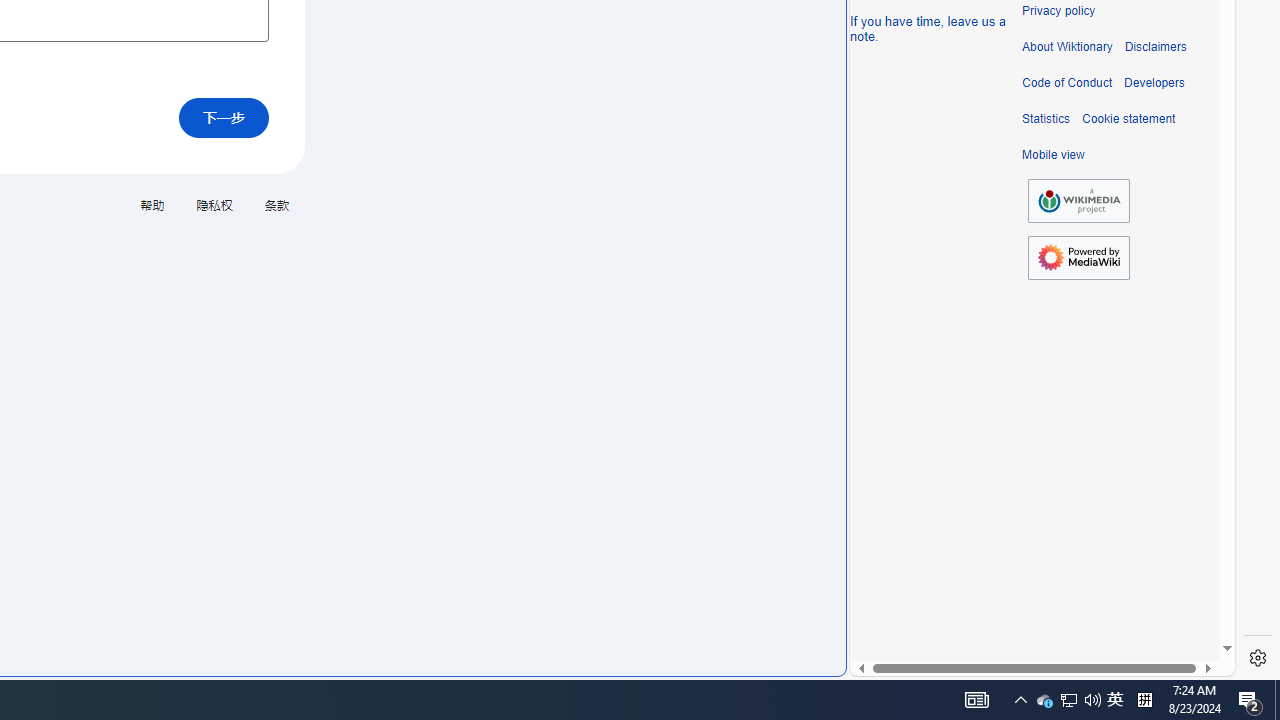 The image size is (1280, 720). I want to click on 'Statistics', so click(1045, 119).